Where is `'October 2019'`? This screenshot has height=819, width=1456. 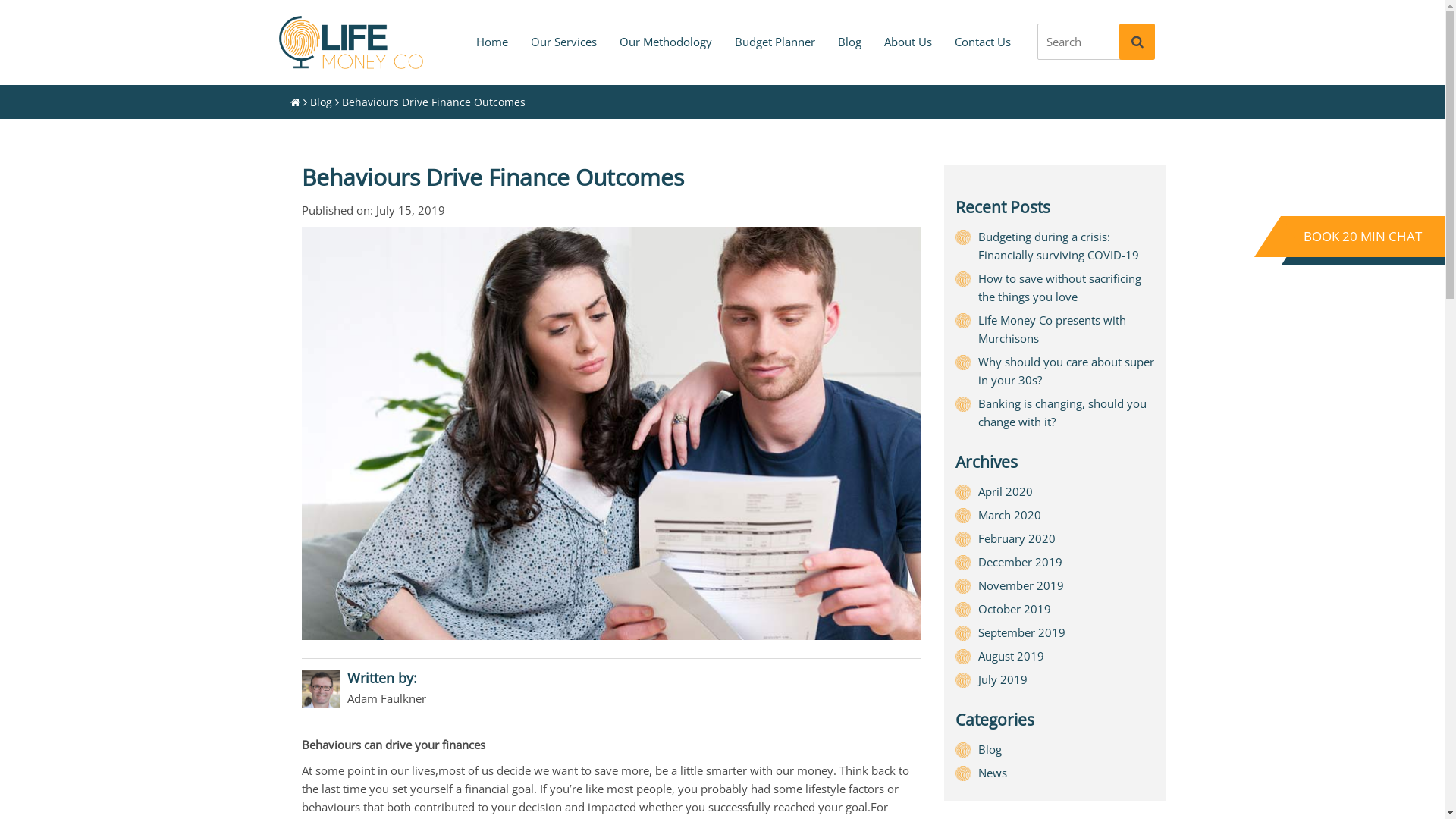
'October 2019' is located at coordinates (1015, 607).